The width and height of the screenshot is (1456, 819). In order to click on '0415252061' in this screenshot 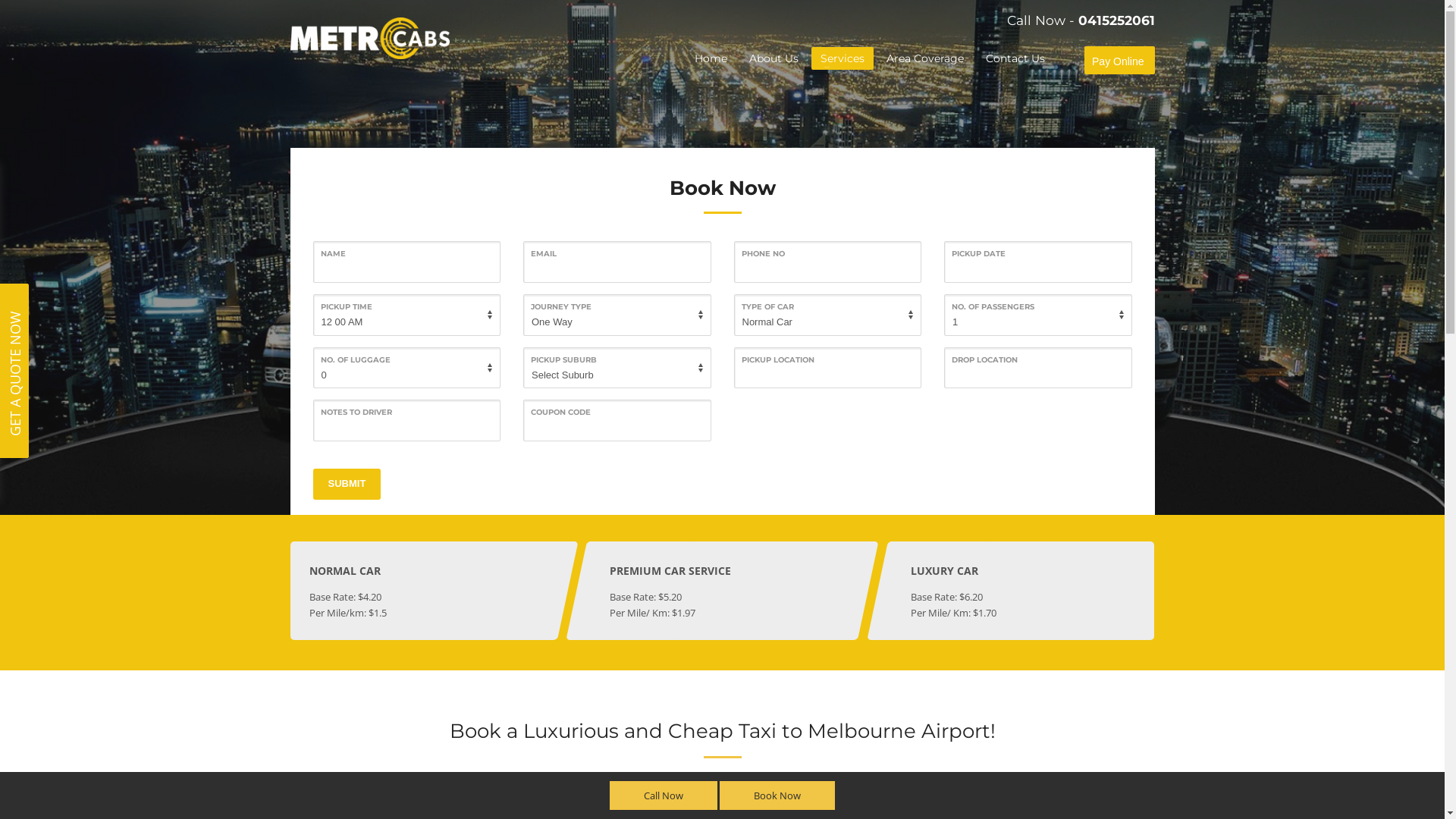, I will do `click(1116, 20)`.